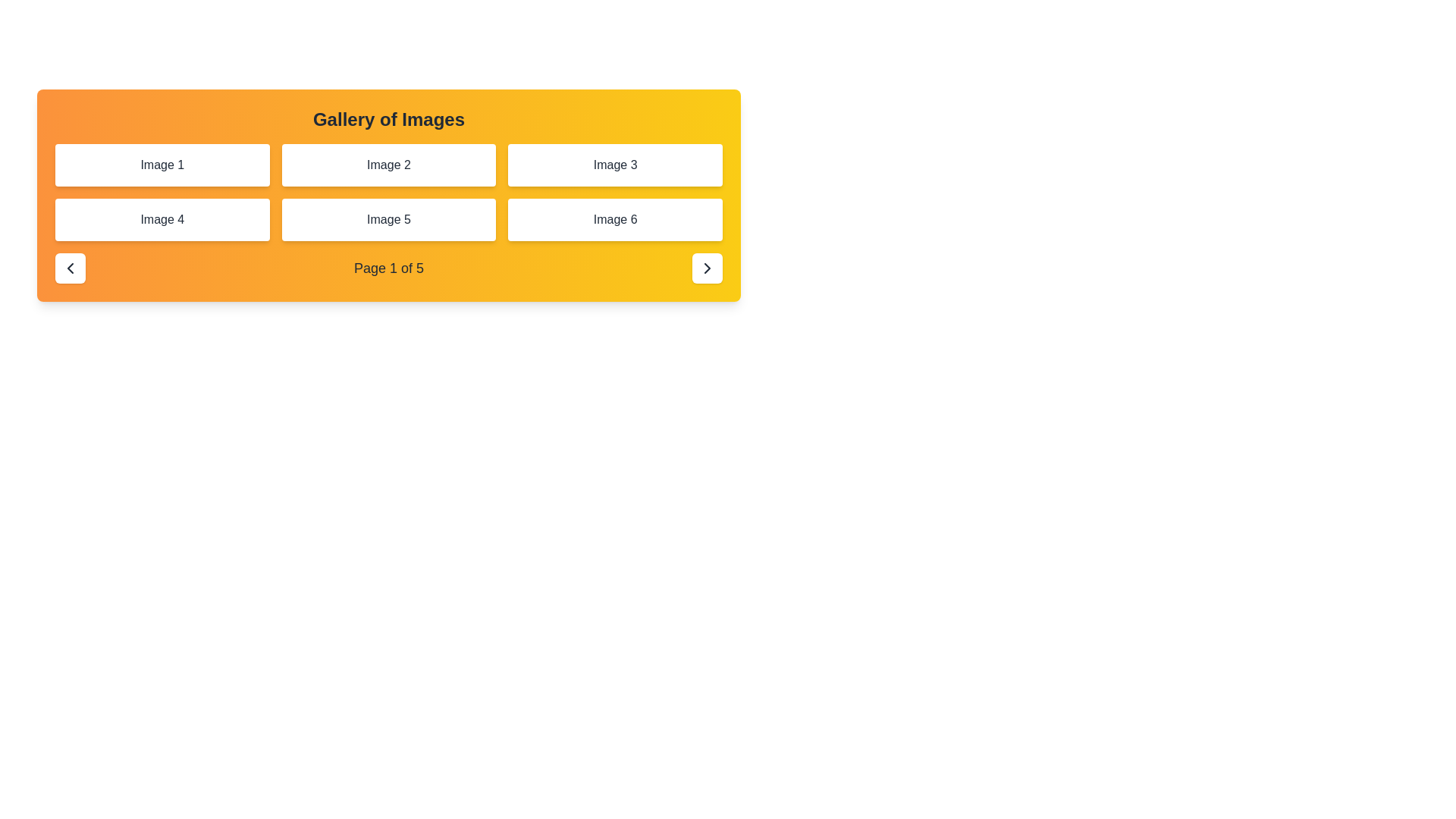 The height and width of the screenshot is (819, 1456). Describe the element at coordinates (69, 268) in the screenshot. I see `the leftward-facing chevron icon located in the left navigation button of the pagination control at the bottom left corner of the image gallery card` at that location.